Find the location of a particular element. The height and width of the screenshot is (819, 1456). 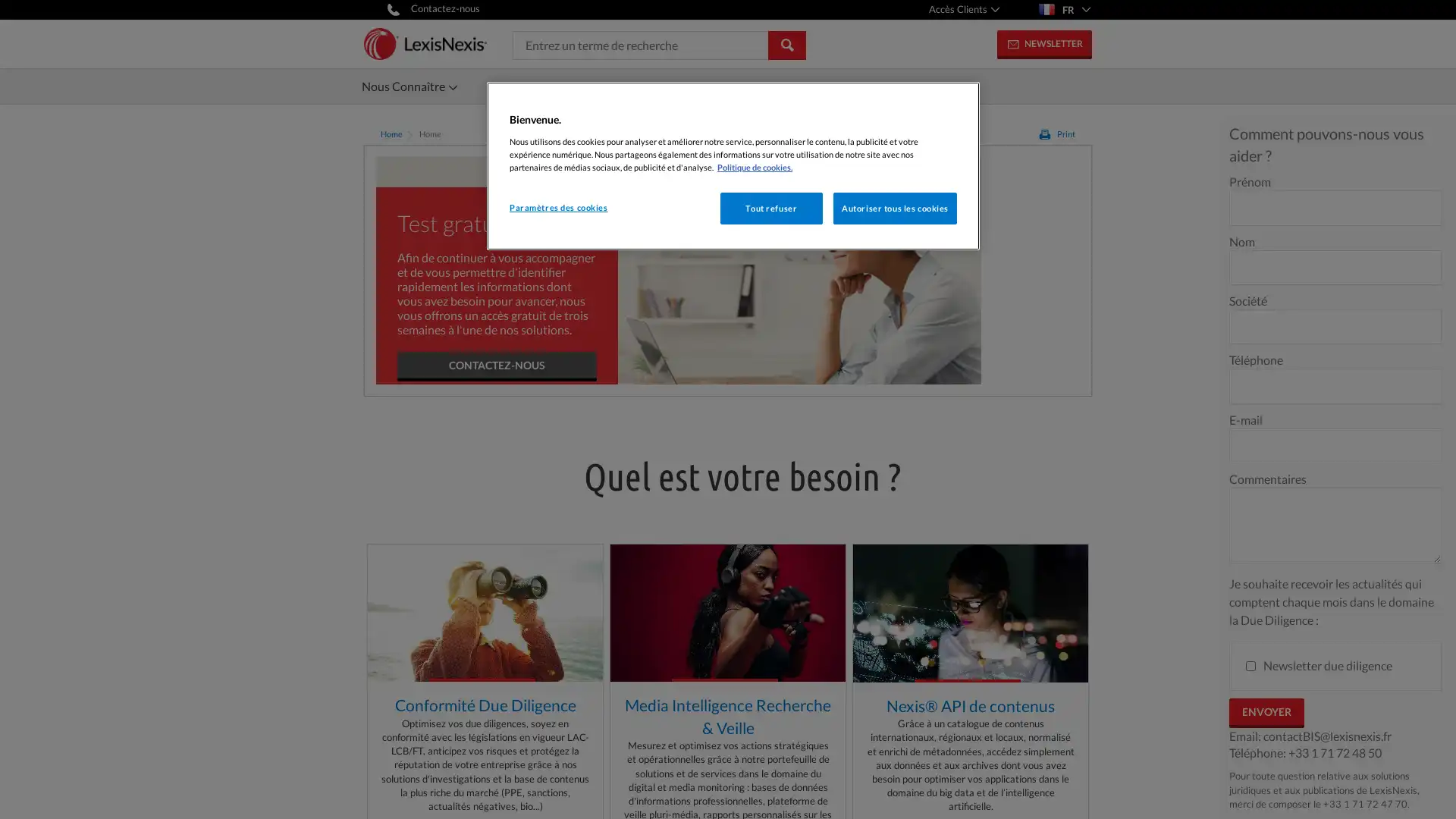

Rechercher is located at coordinates (786, 43).